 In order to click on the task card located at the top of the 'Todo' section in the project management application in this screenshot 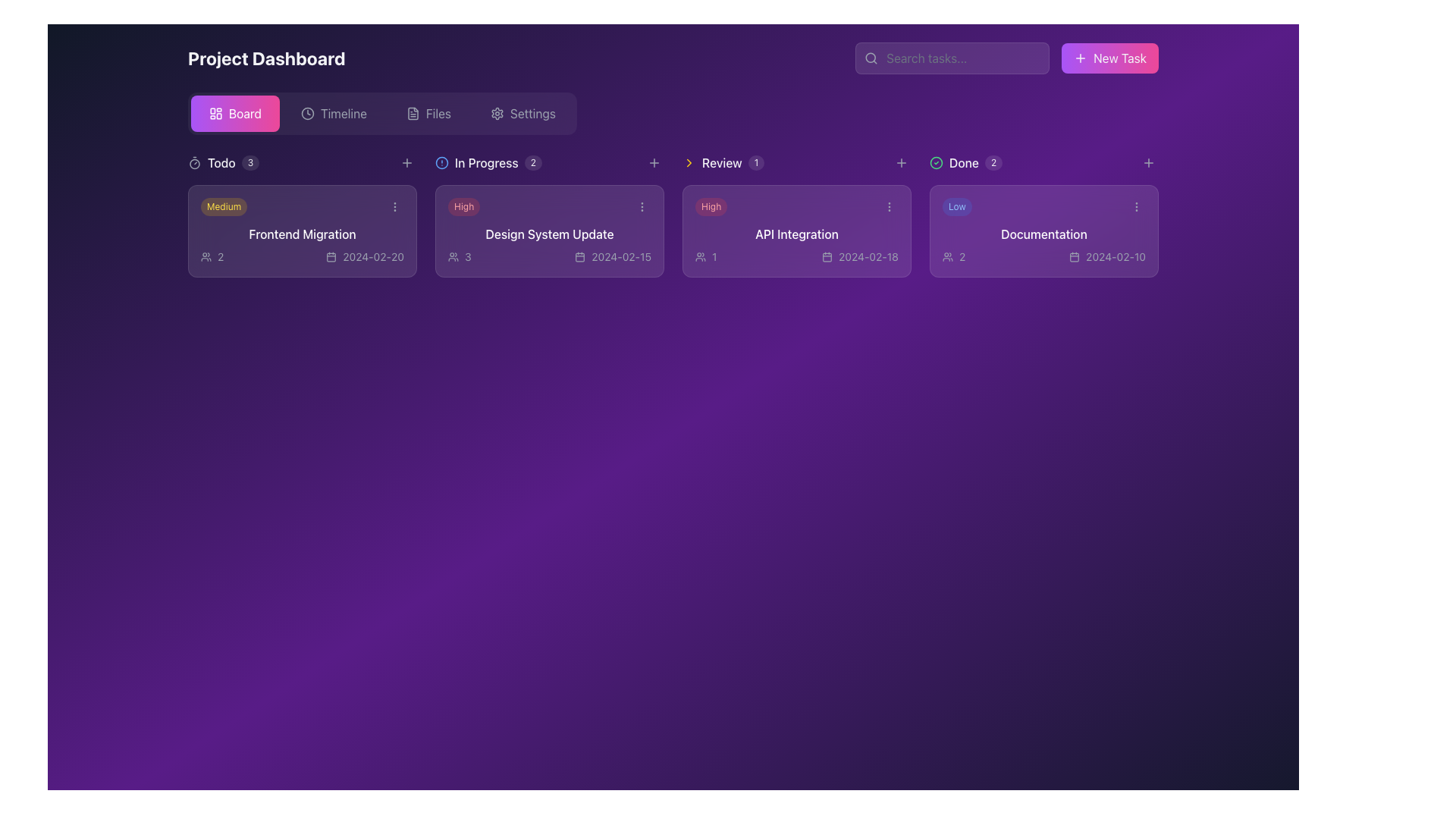, I will do `click(302, 231)`.